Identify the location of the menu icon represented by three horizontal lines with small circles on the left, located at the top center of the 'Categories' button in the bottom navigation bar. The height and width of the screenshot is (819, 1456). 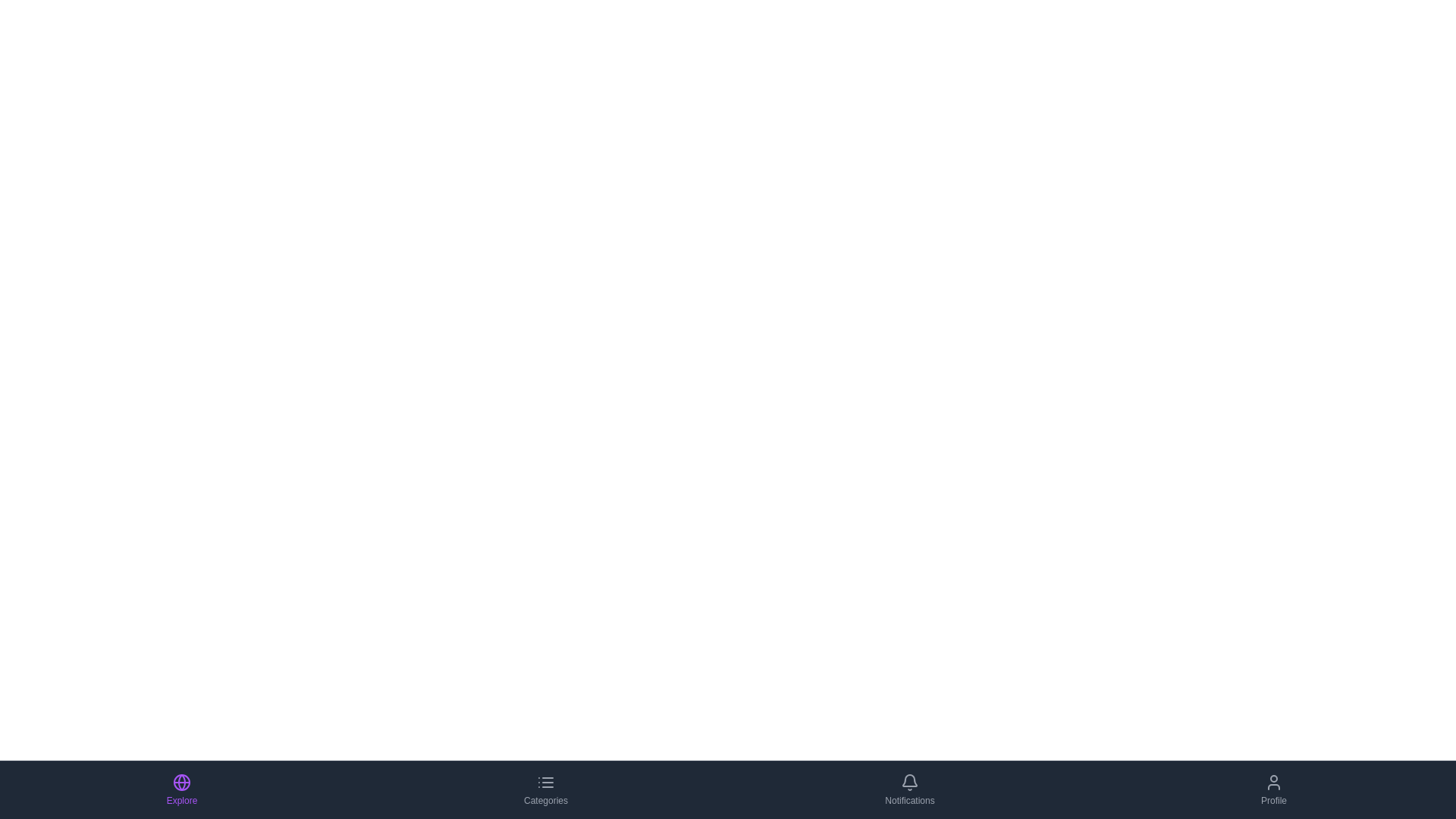
(546, 783).